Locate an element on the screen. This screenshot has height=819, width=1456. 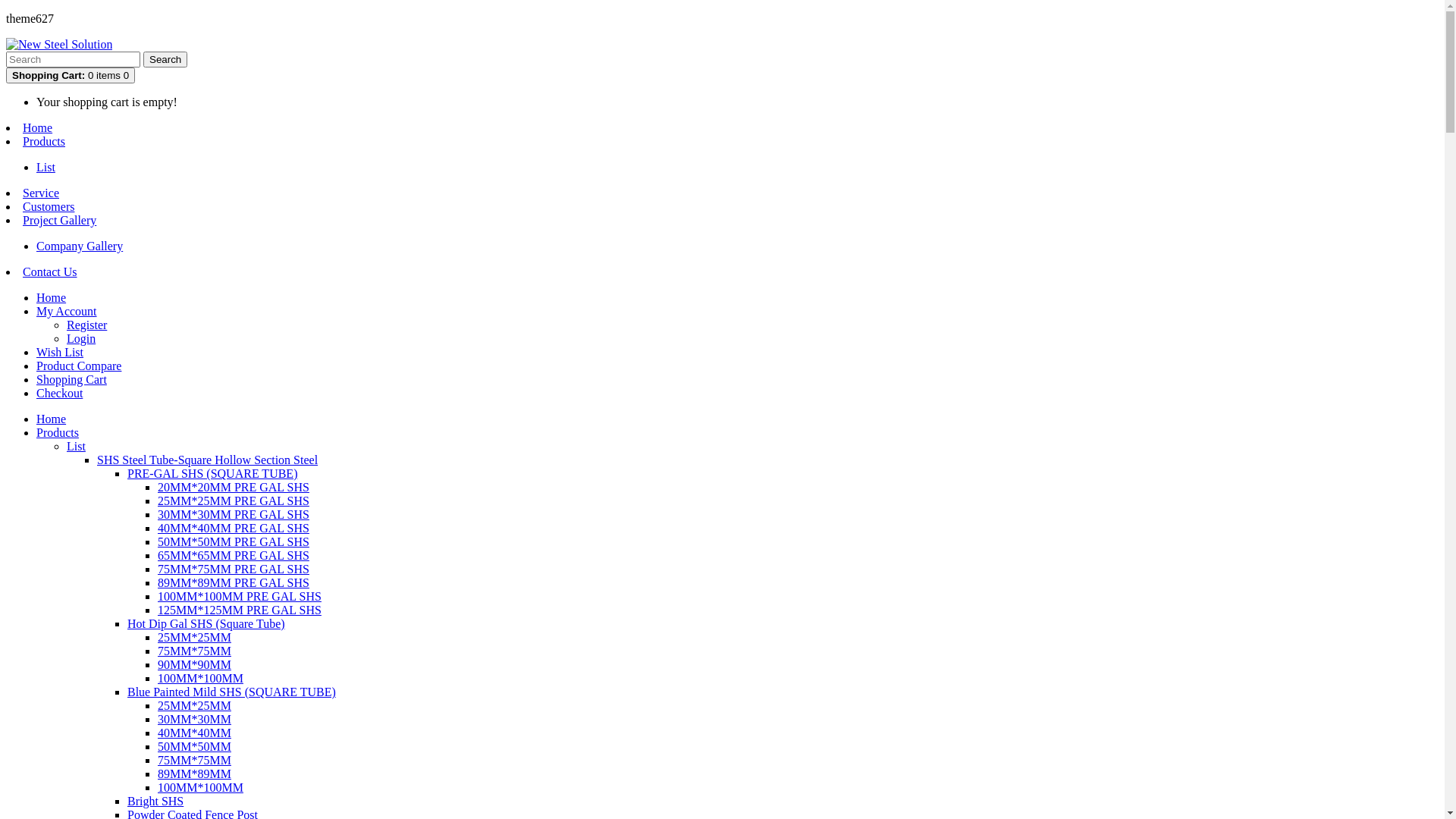
'Blue Painted Mild SHS (SQUARE TUBE)' is located at coordinates (231, 692).